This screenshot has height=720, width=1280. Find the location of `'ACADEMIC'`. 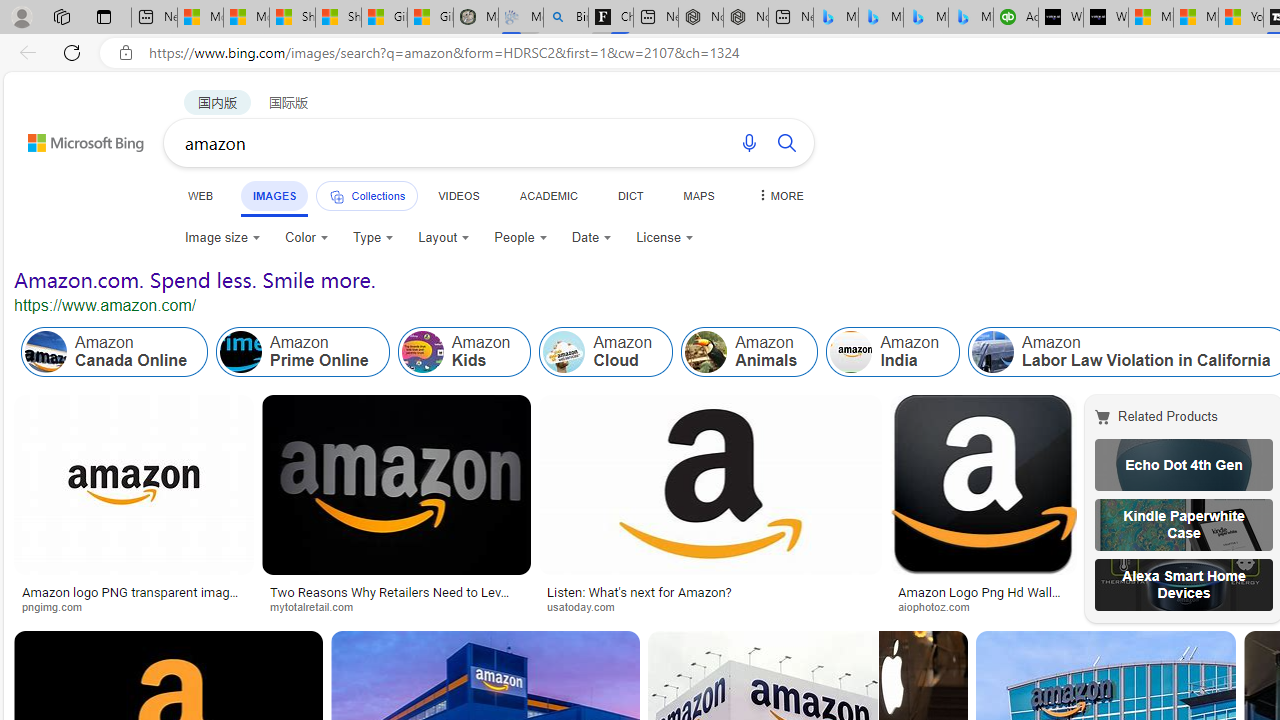

'ACADEMIC' is located at coordinates (548, 195).